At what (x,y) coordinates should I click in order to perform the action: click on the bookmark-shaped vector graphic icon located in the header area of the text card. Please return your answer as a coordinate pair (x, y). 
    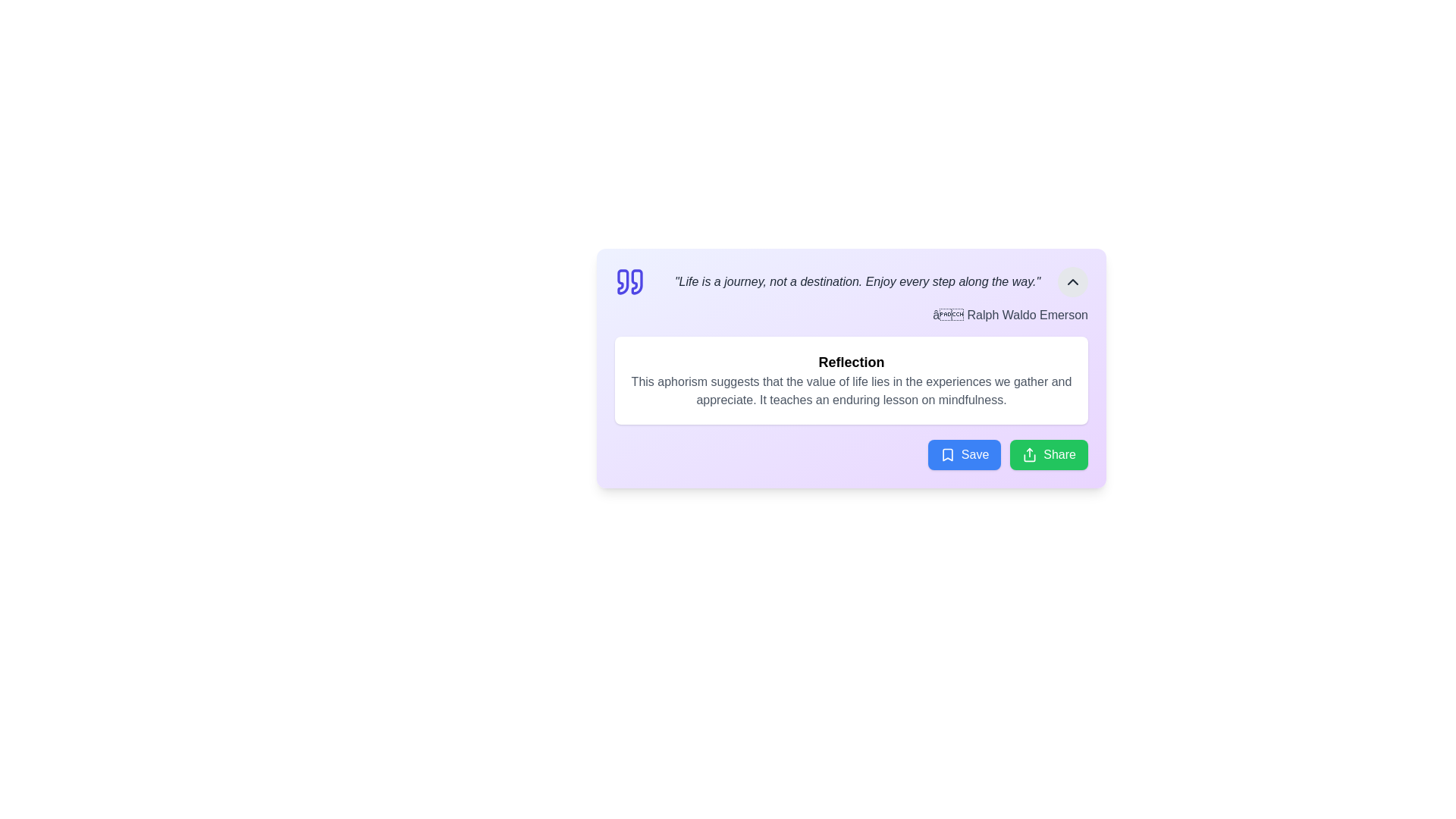
    Looking at the image, I should click on (946, 454).